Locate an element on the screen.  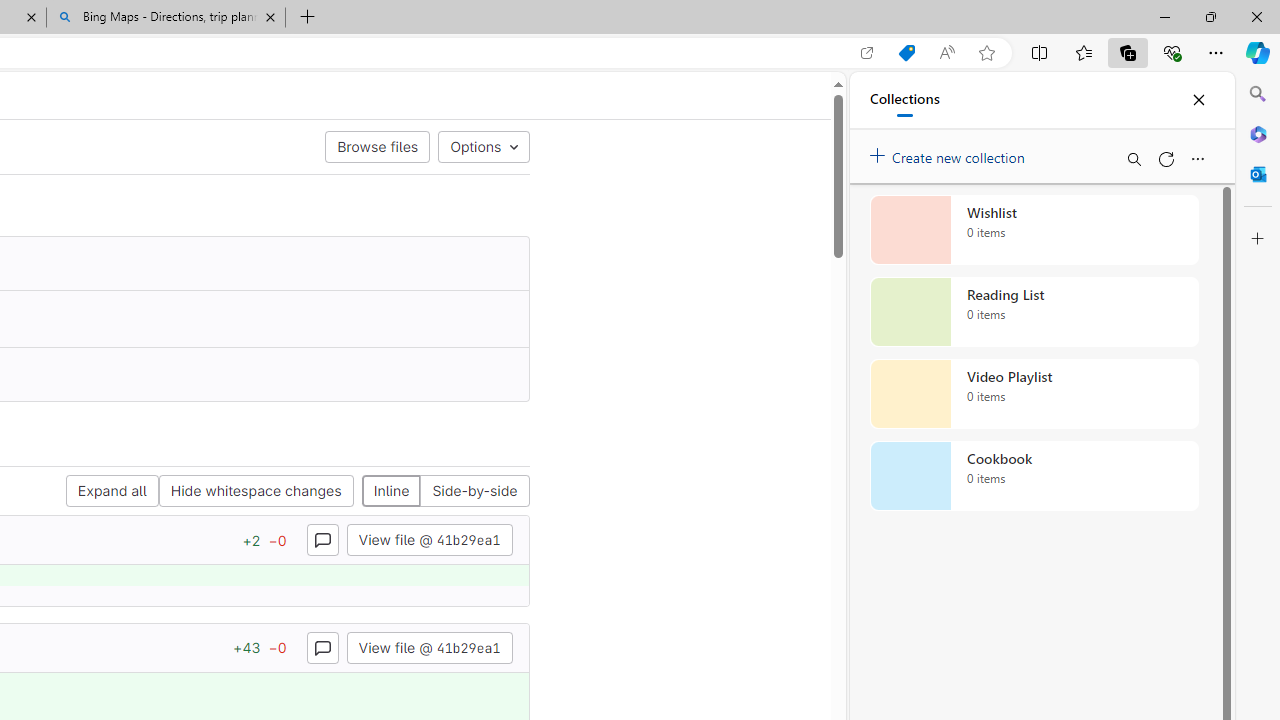
'Inline' is located at coordinates (391, 491).